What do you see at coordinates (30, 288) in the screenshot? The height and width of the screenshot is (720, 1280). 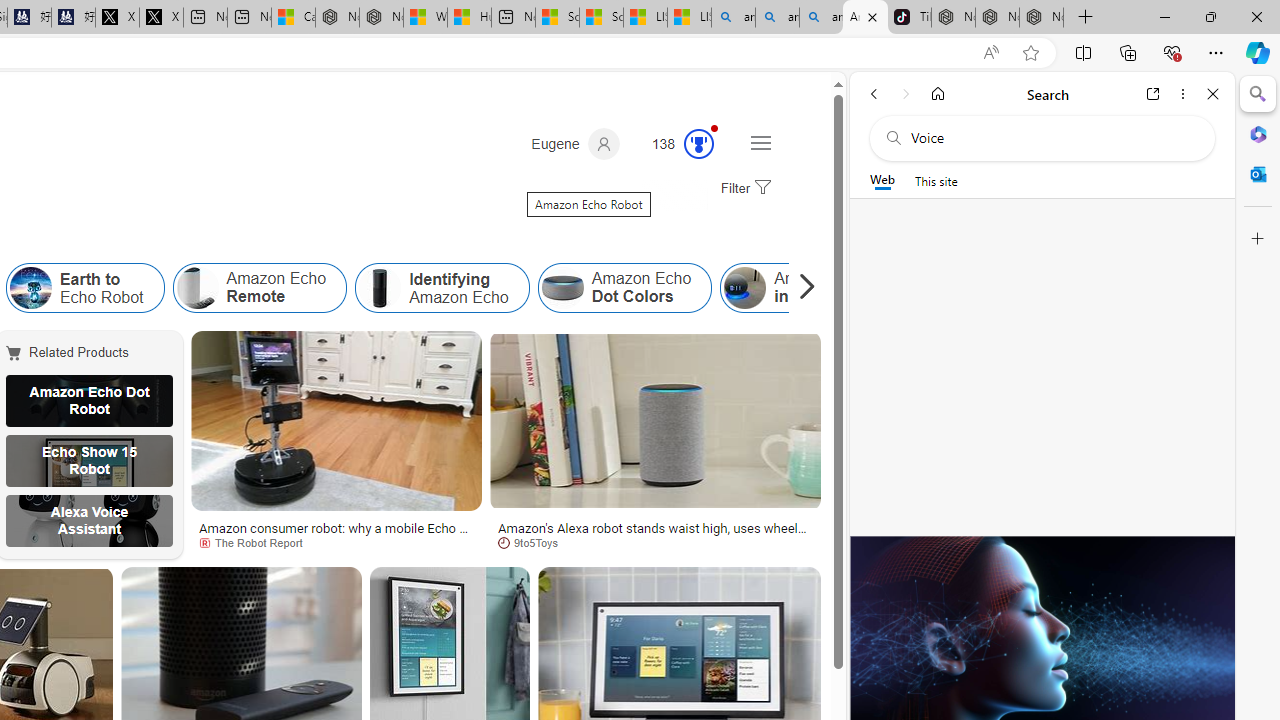 I see `'Earth to Echo Robot'` at bounding box center [30, 288].